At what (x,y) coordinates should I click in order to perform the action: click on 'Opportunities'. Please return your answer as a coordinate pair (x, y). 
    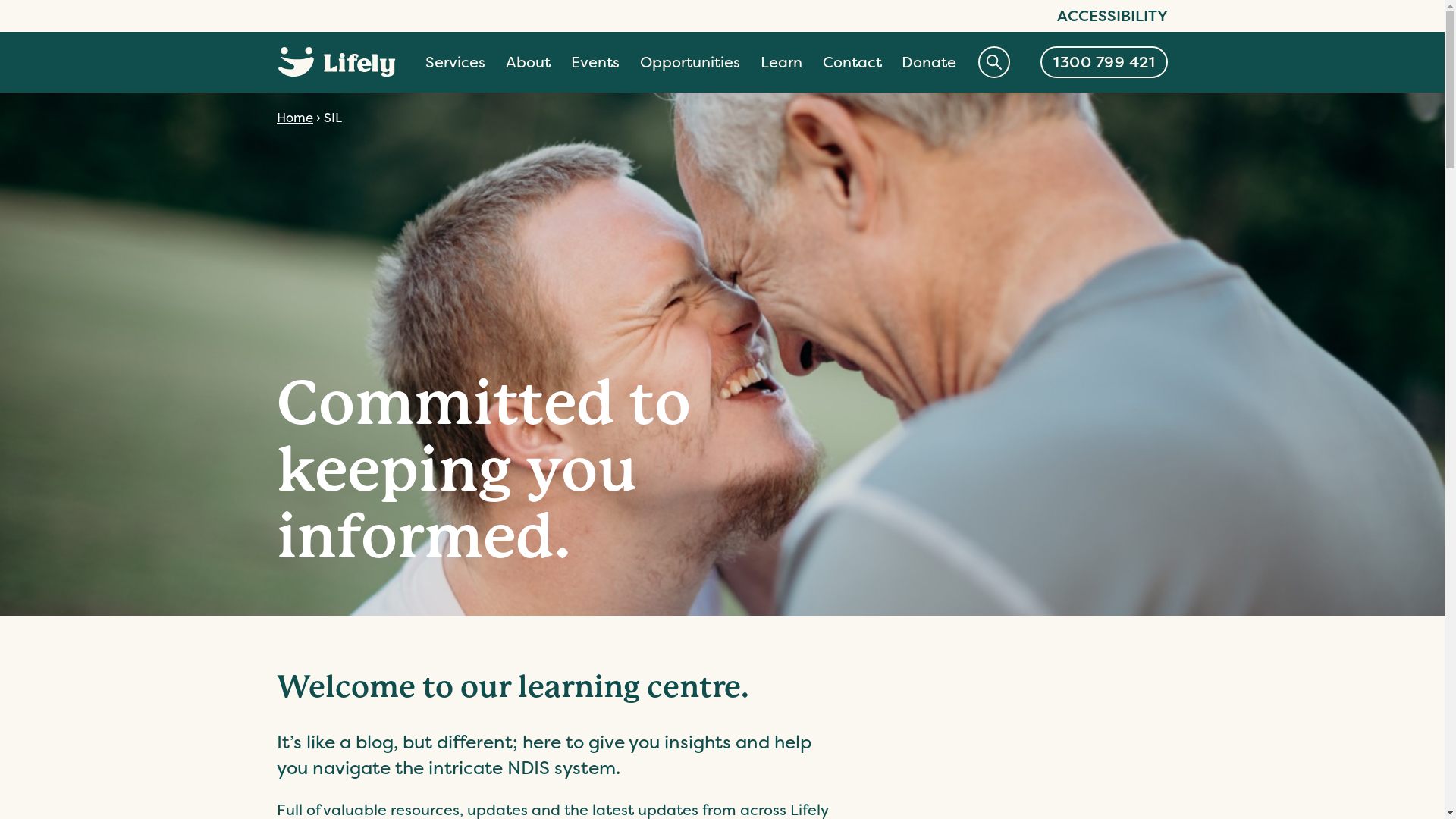
    Looking at the image, I should click on (689, 62).